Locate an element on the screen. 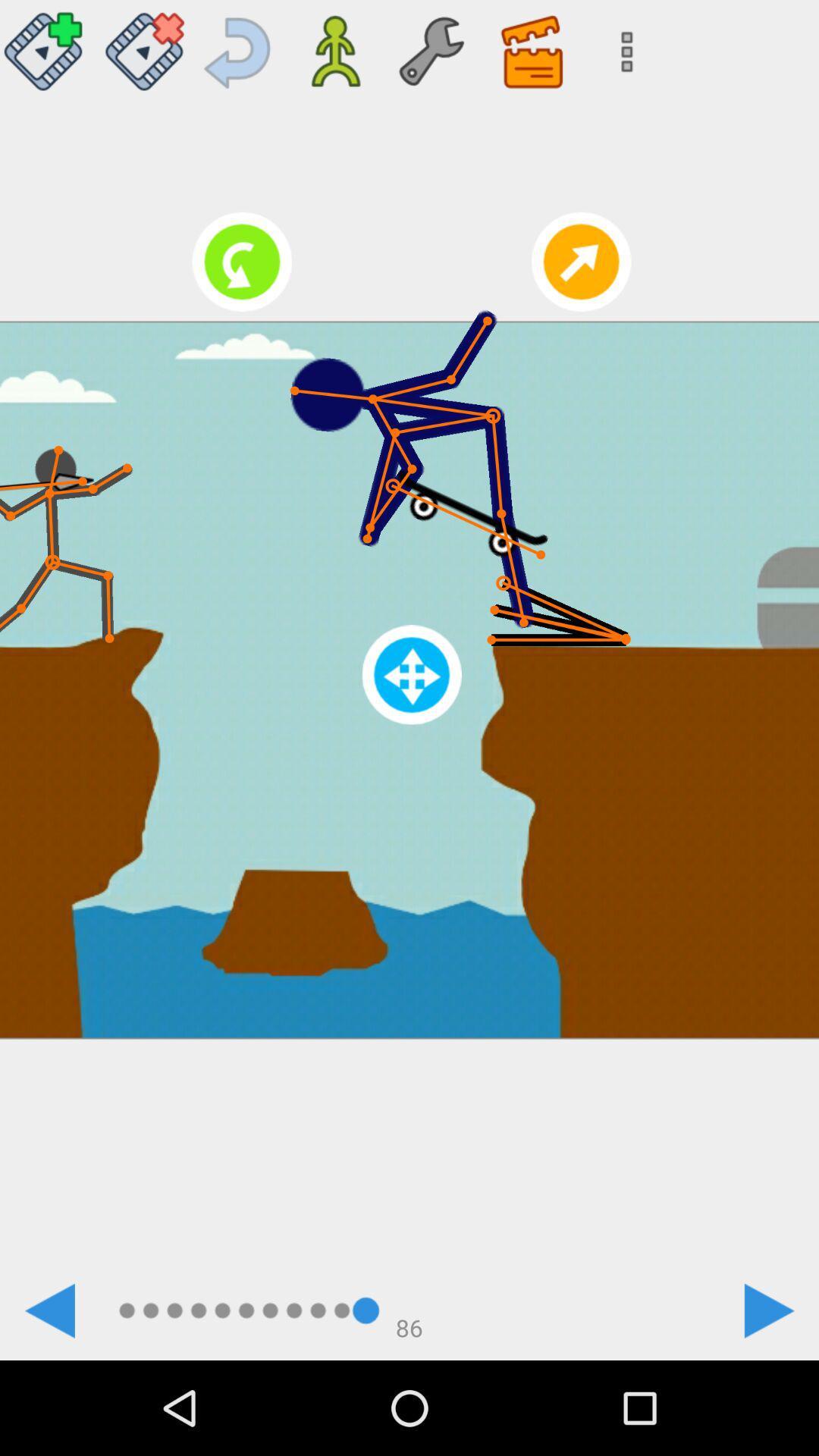 The image size is (819, 1456). the icon represented to goto next image is located at coordinates (769, 1310).